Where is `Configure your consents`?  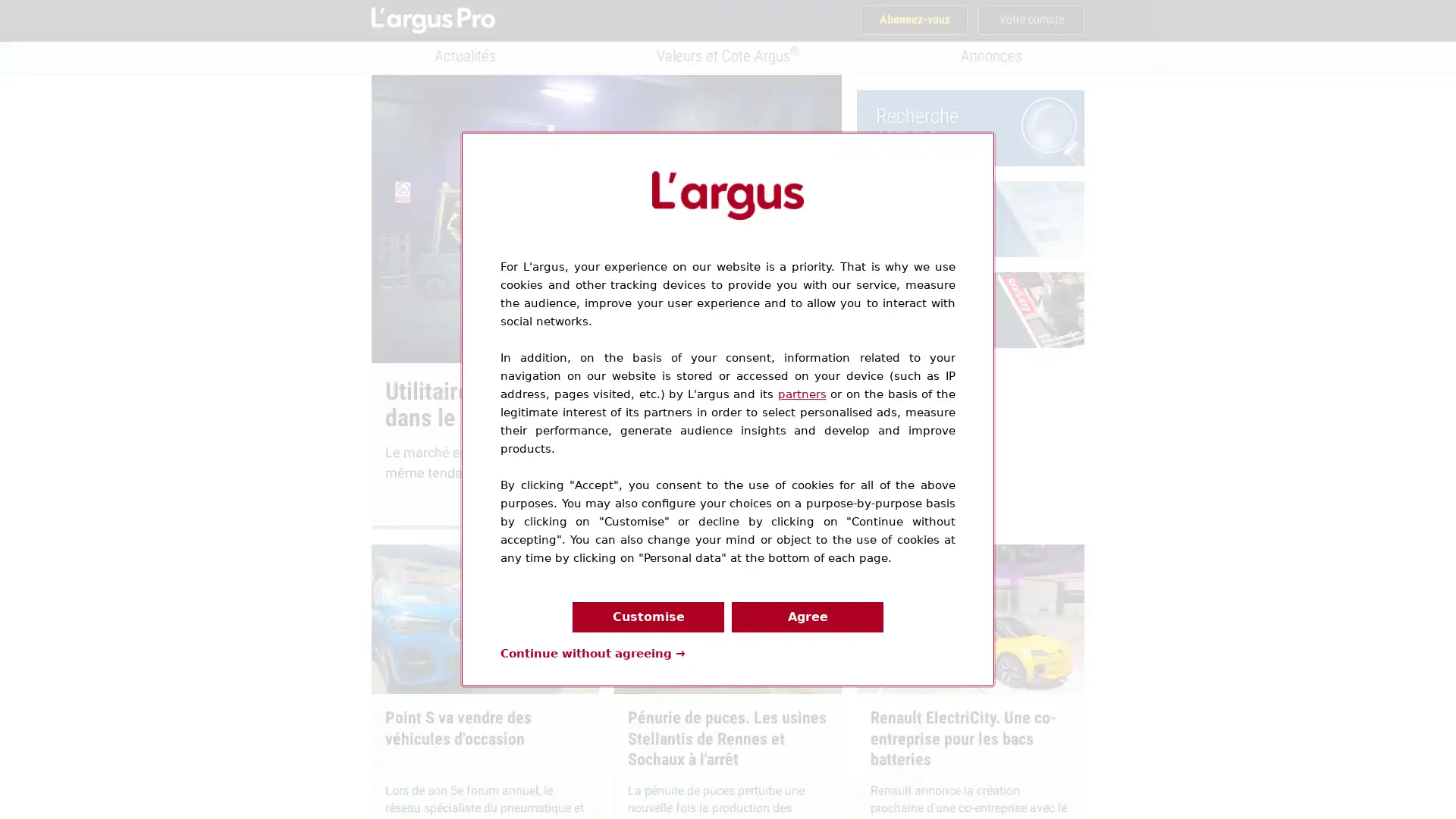
Configure your consents is located at coordinates (648, 617).